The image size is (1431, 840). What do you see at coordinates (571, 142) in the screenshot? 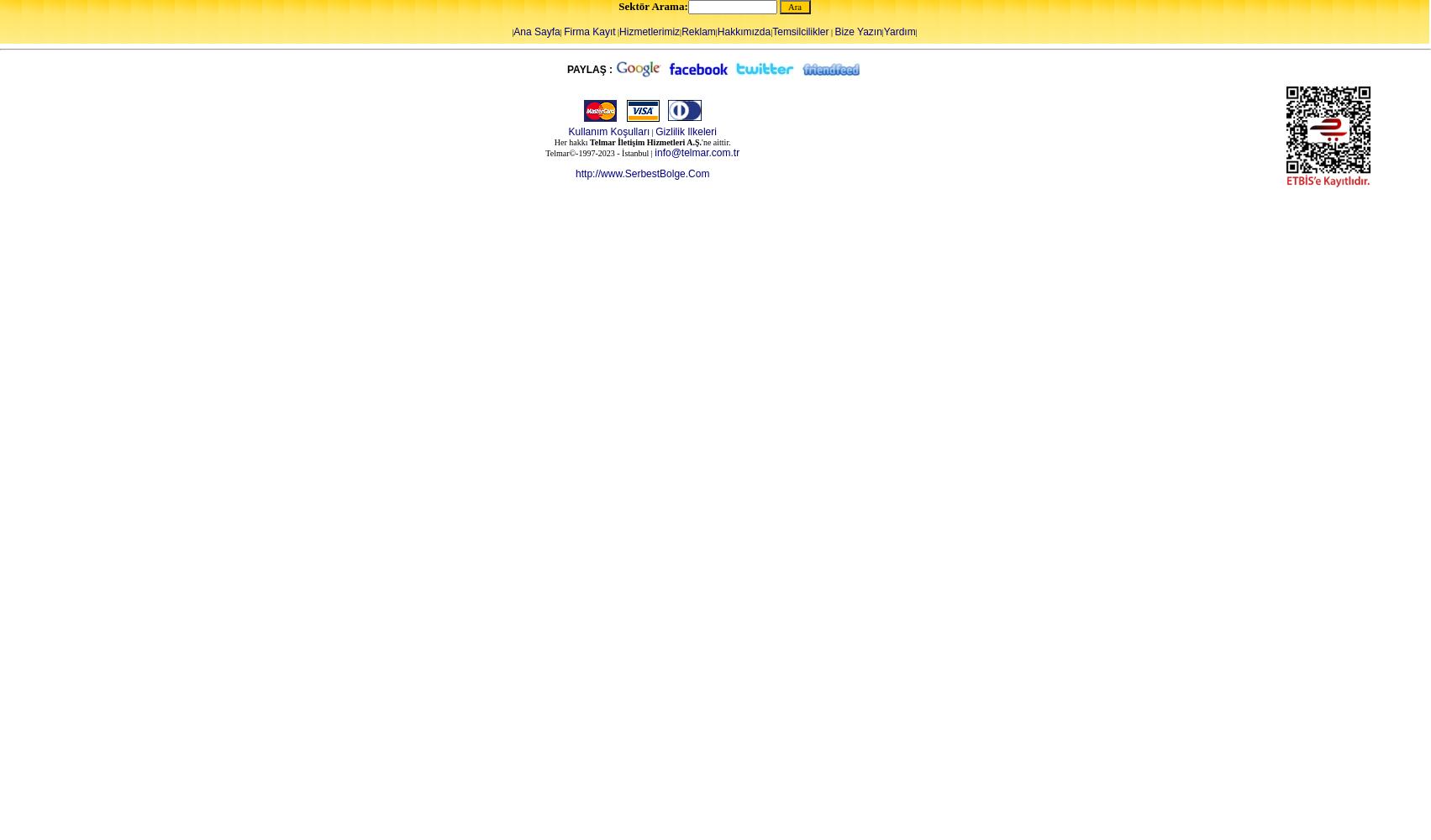
I see `'Her hakkı'` at bounding box center [571, 142].